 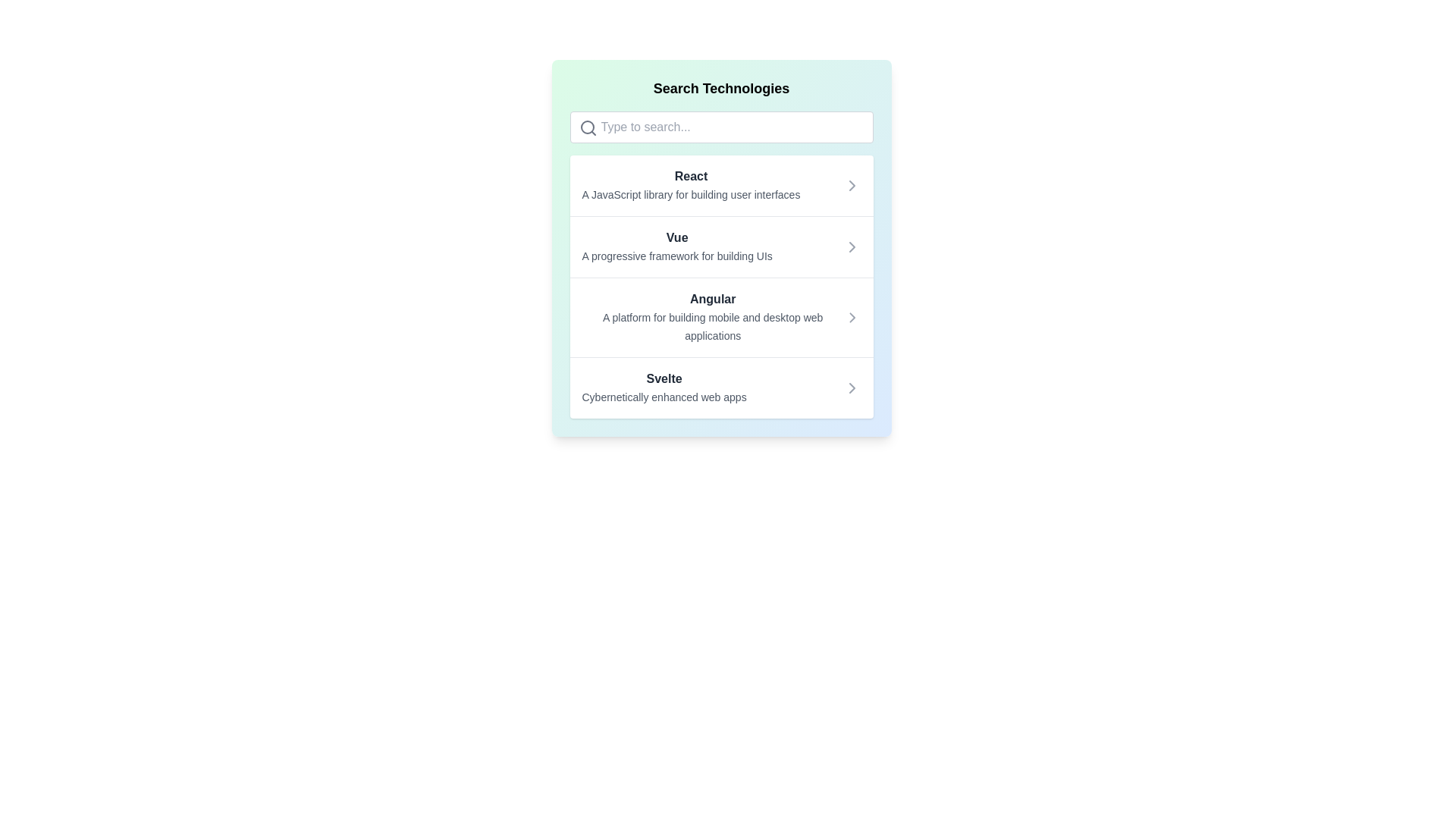 What do you see at coordinates (852, 185) in the screenshot?
I see `the rightward-pointing chevron icon that is part of the 'React' list item, which is located at the right end of the item's alignment` at bounding box center [852, 185].